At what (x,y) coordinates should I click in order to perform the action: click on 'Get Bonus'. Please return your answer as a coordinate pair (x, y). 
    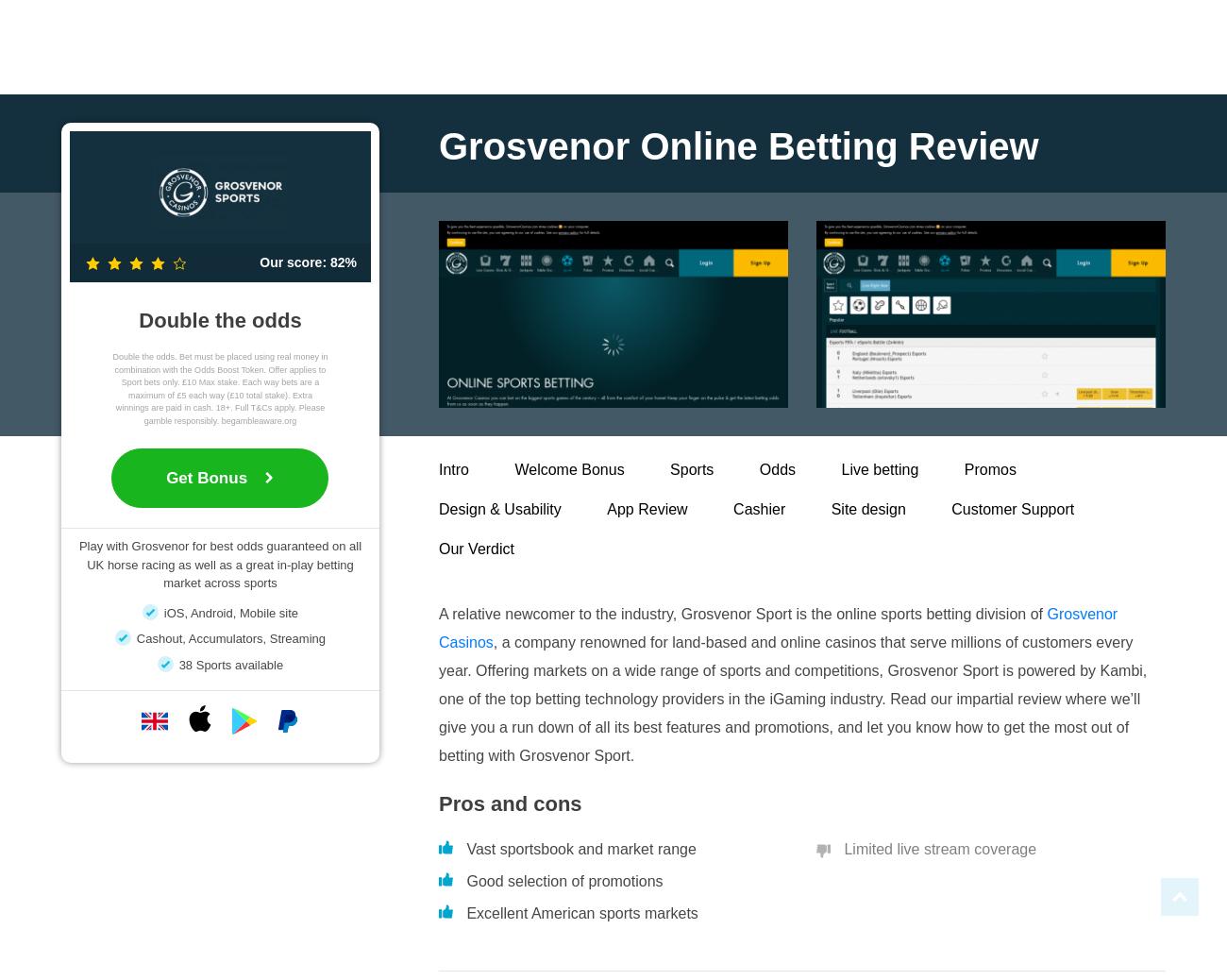
    Looking at the image, I should click on (166, 478).